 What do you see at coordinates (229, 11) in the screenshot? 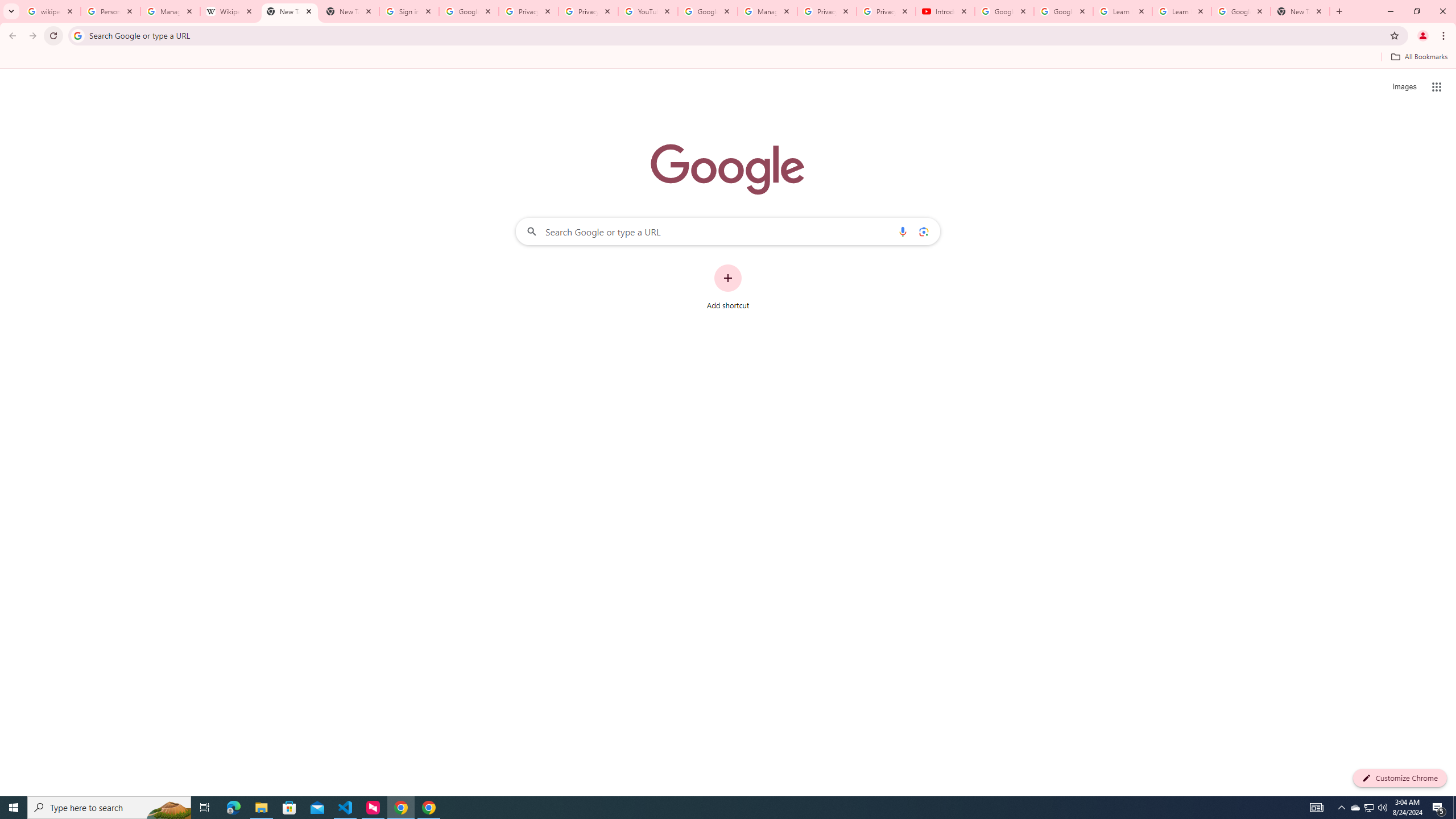
I see `'Wikipedia:Edit requests - Wikipedia'` at bounding box center [229, 11].